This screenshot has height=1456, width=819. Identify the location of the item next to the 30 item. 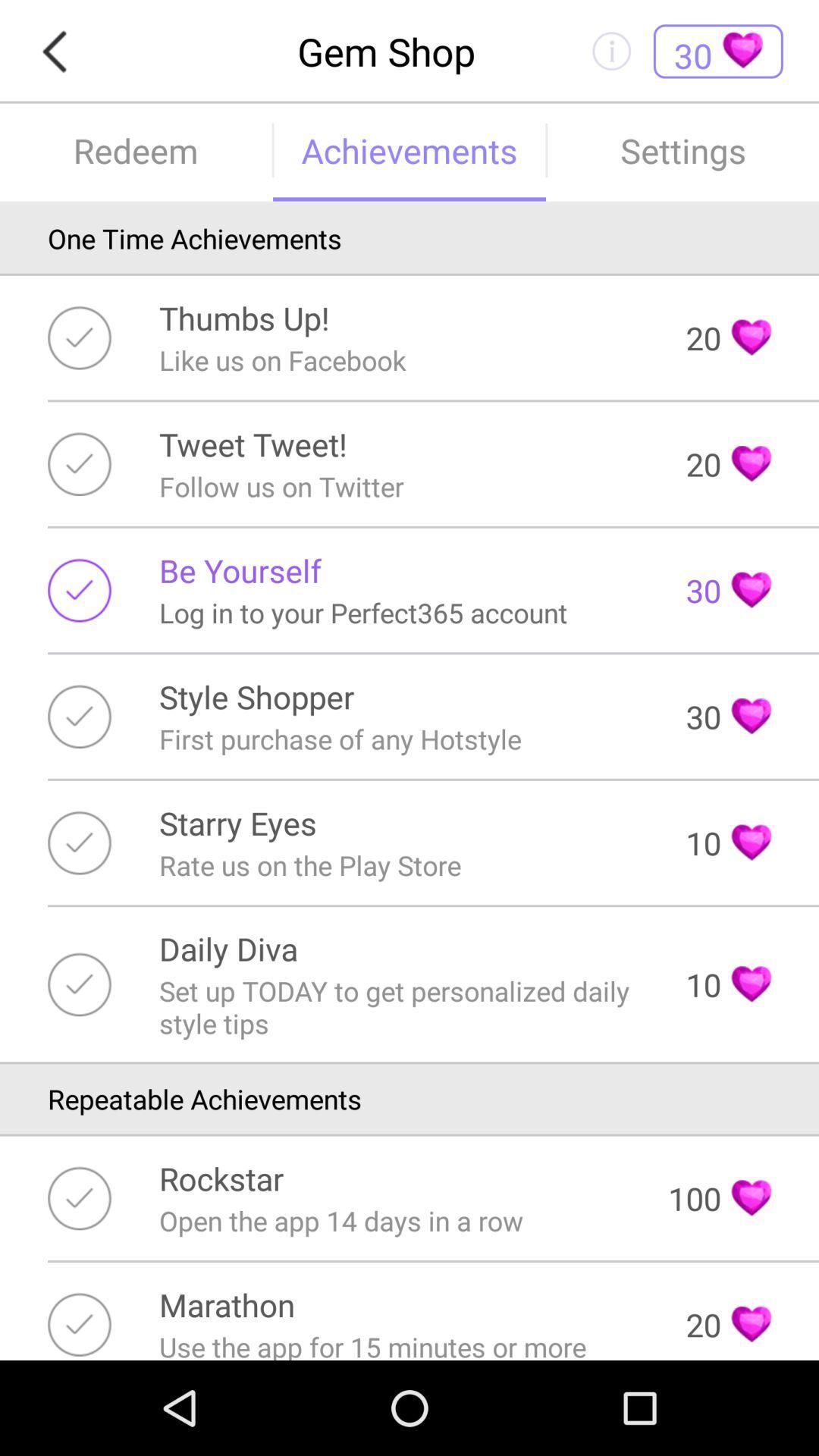
(339, 739).